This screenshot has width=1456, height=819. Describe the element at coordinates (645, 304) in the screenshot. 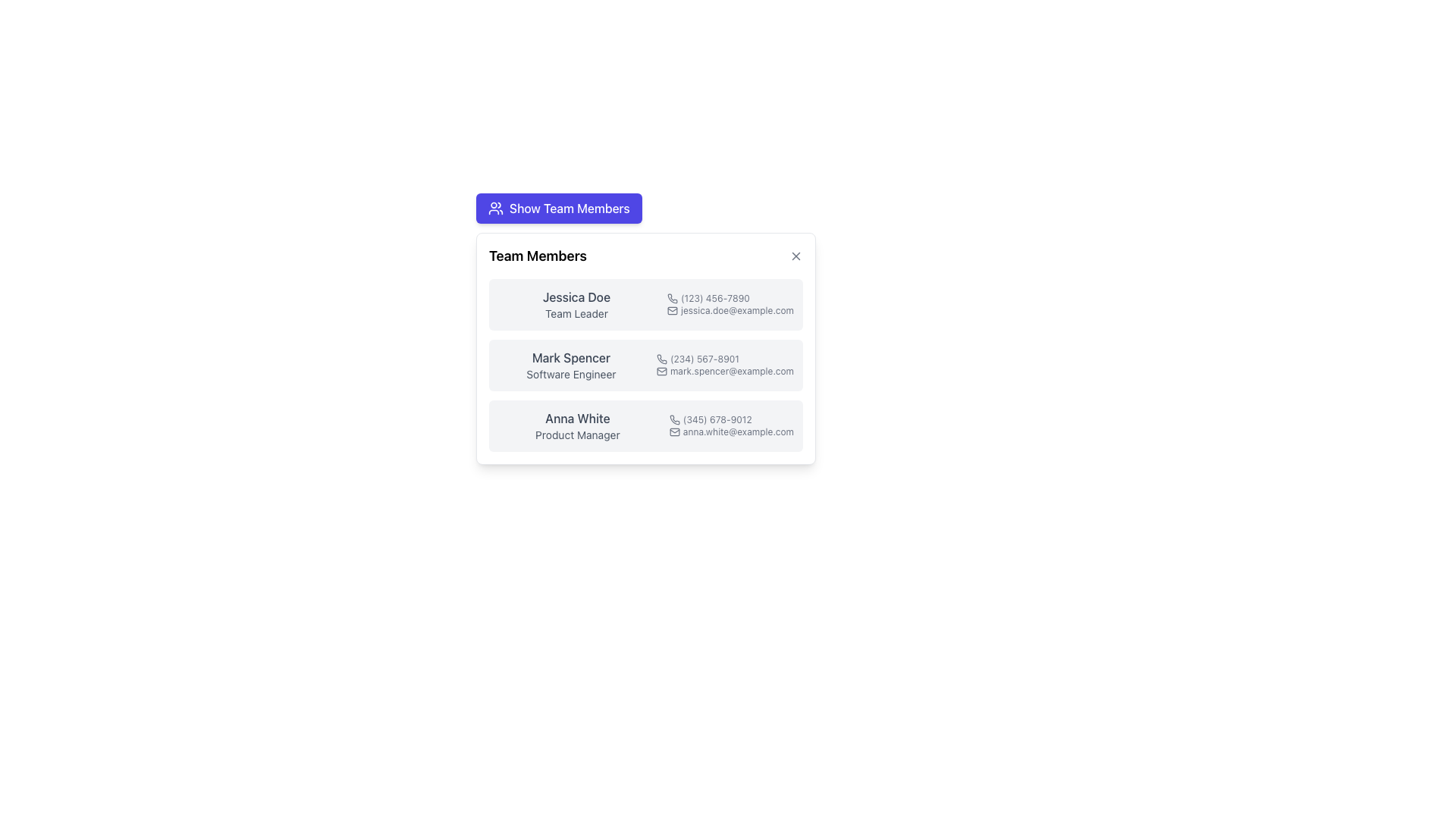

I see `any interactive elements inside the Information card item, which provides detailed information about a team member and is the first entry in the 'Team Members' card` at that location.